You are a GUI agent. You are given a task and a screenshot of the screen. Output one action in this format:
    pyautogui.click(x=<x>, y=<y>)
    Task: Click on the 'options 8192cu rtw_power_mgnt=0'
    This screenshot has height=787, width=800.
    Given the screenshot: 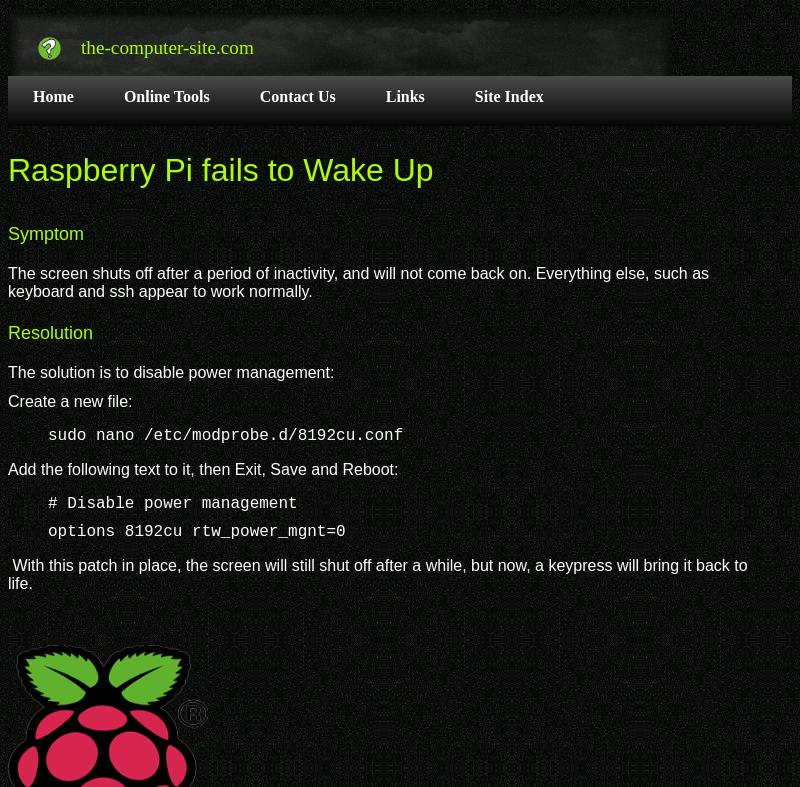 What is the action you would take?
    pyautogui.click(x=195, y=531)
    